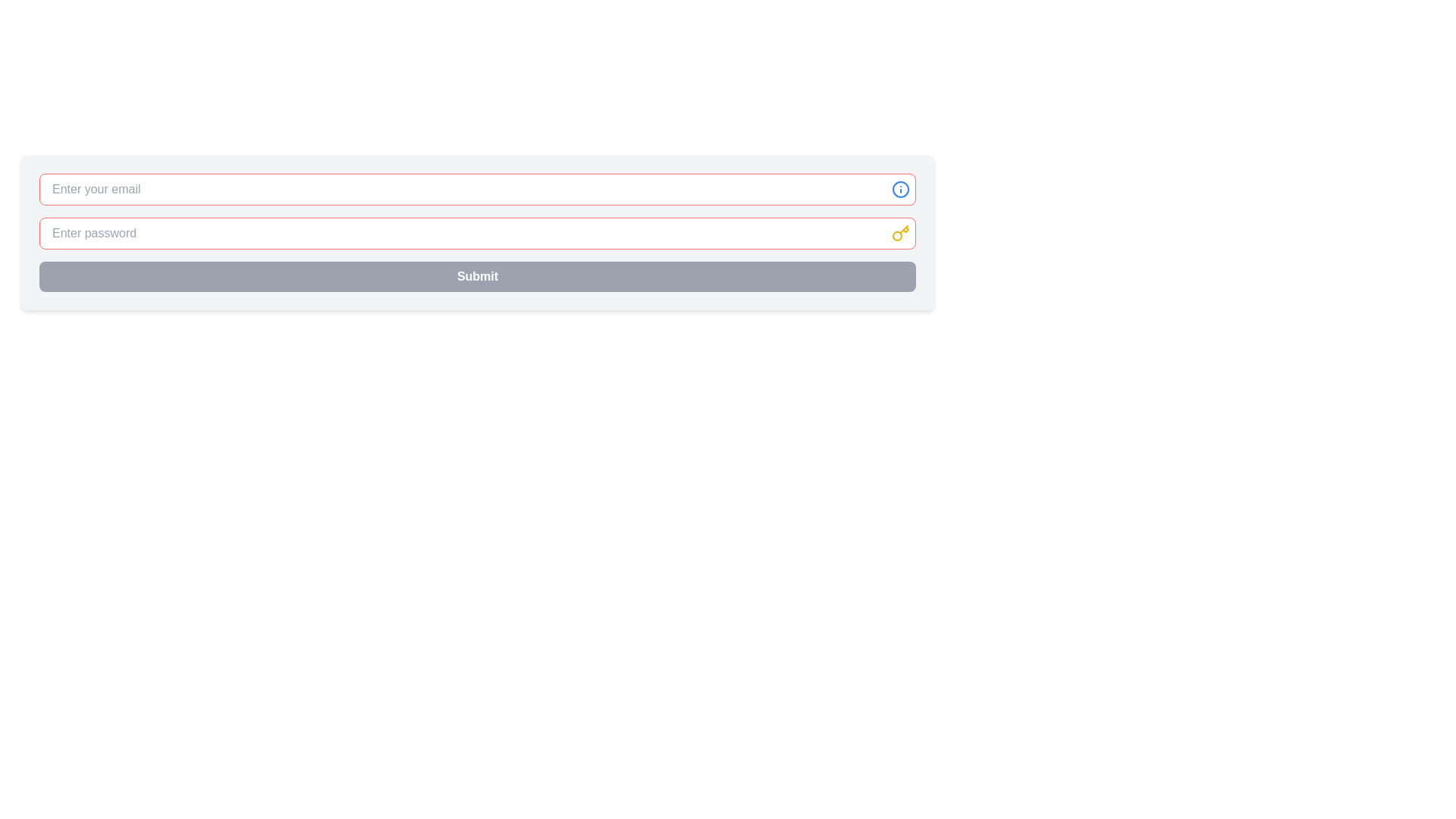 Image resolution: width=1456 pixels, height=819 pixels. I want to click on the circular SVG icon with a blue outline located on the right side of the 'Enter your email' input field for interaction, so click(901, 189).